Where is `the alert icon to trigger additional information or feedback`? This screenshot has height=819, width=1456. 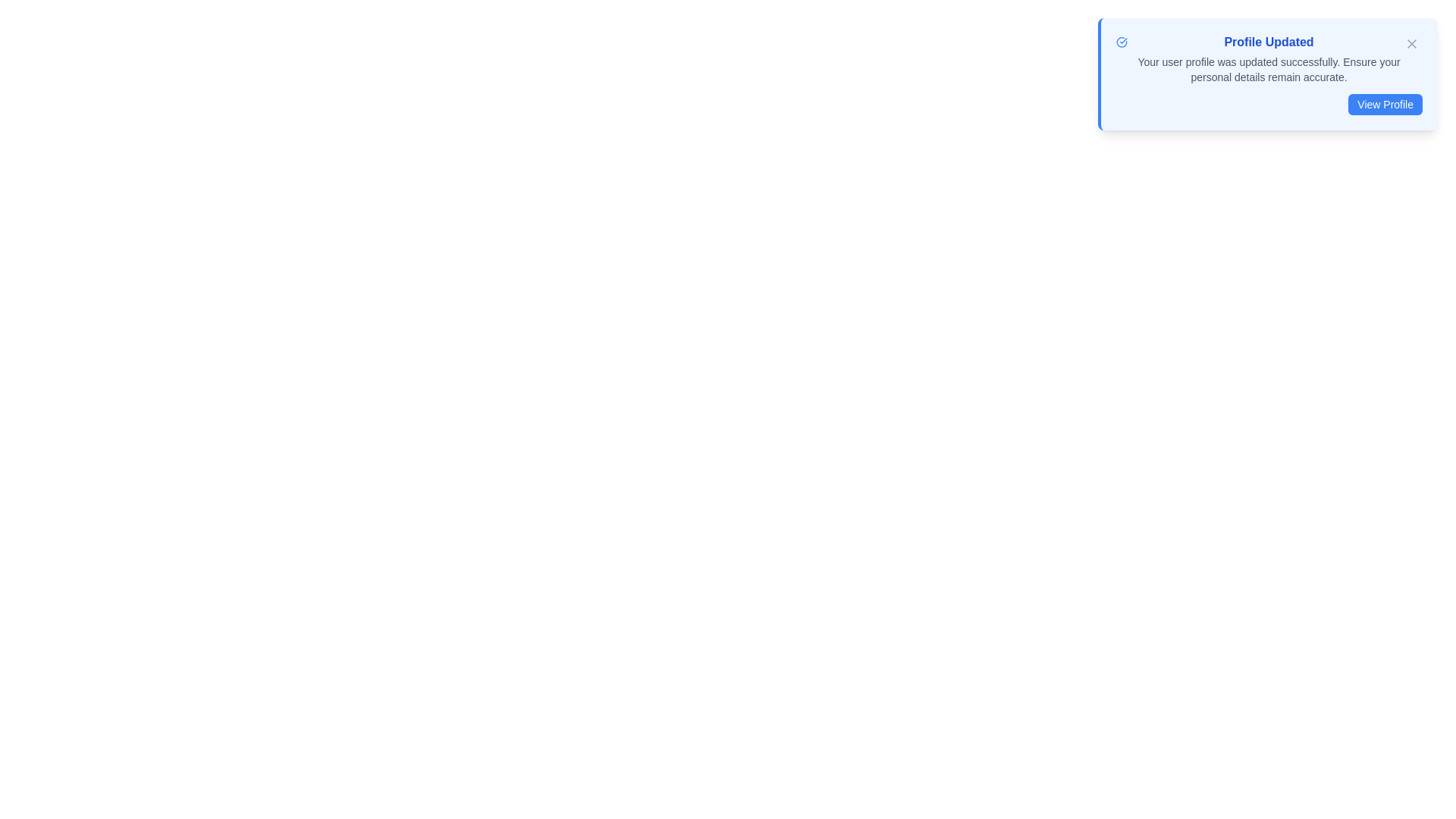 the alert icon to trigger additional information or feedback is located at coordinates (1121, 42).